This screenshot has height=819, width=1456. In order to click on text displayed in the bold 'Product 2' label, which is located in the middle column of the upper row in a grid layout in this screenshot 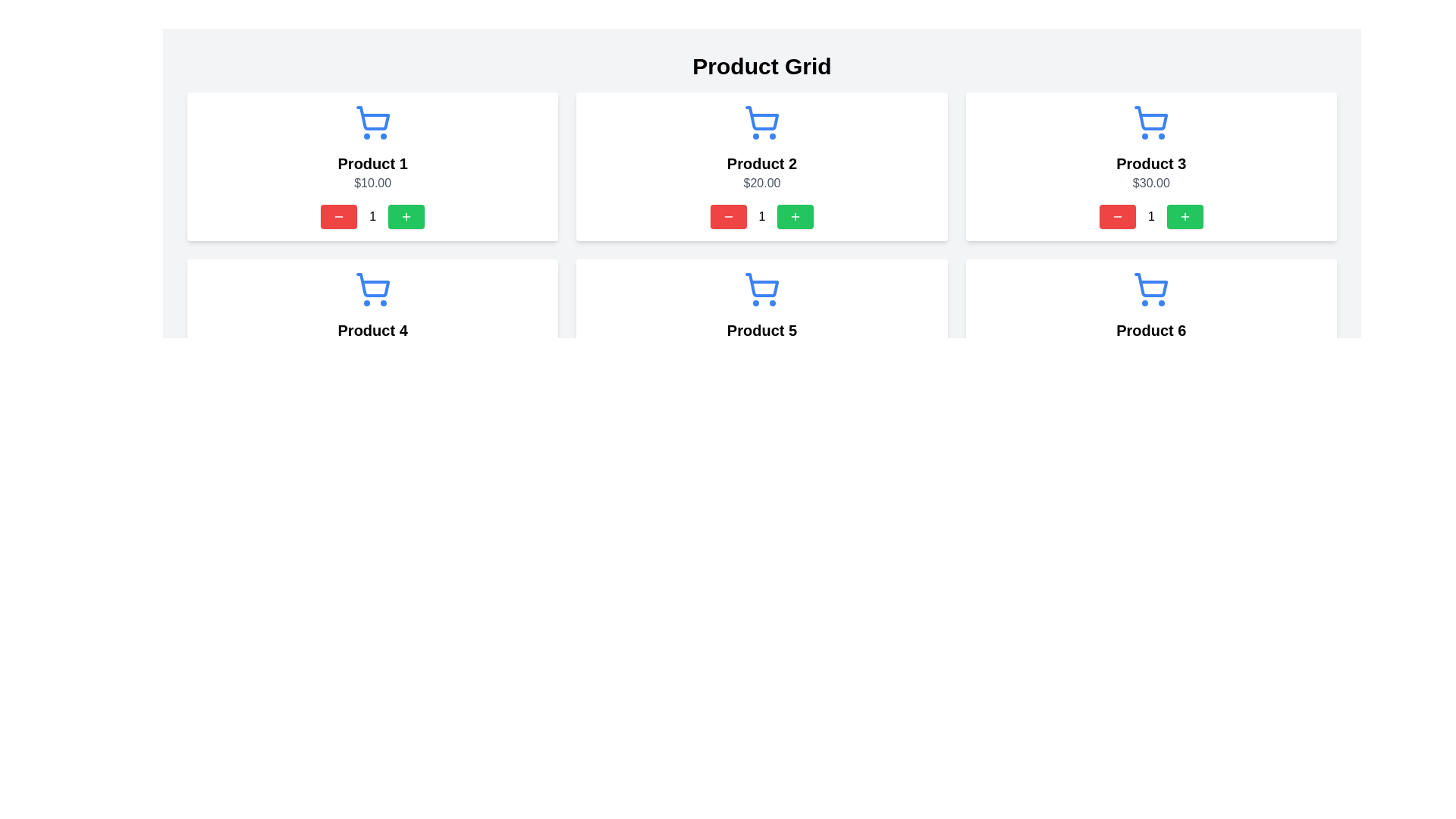, I will do `click(761, 164)`.